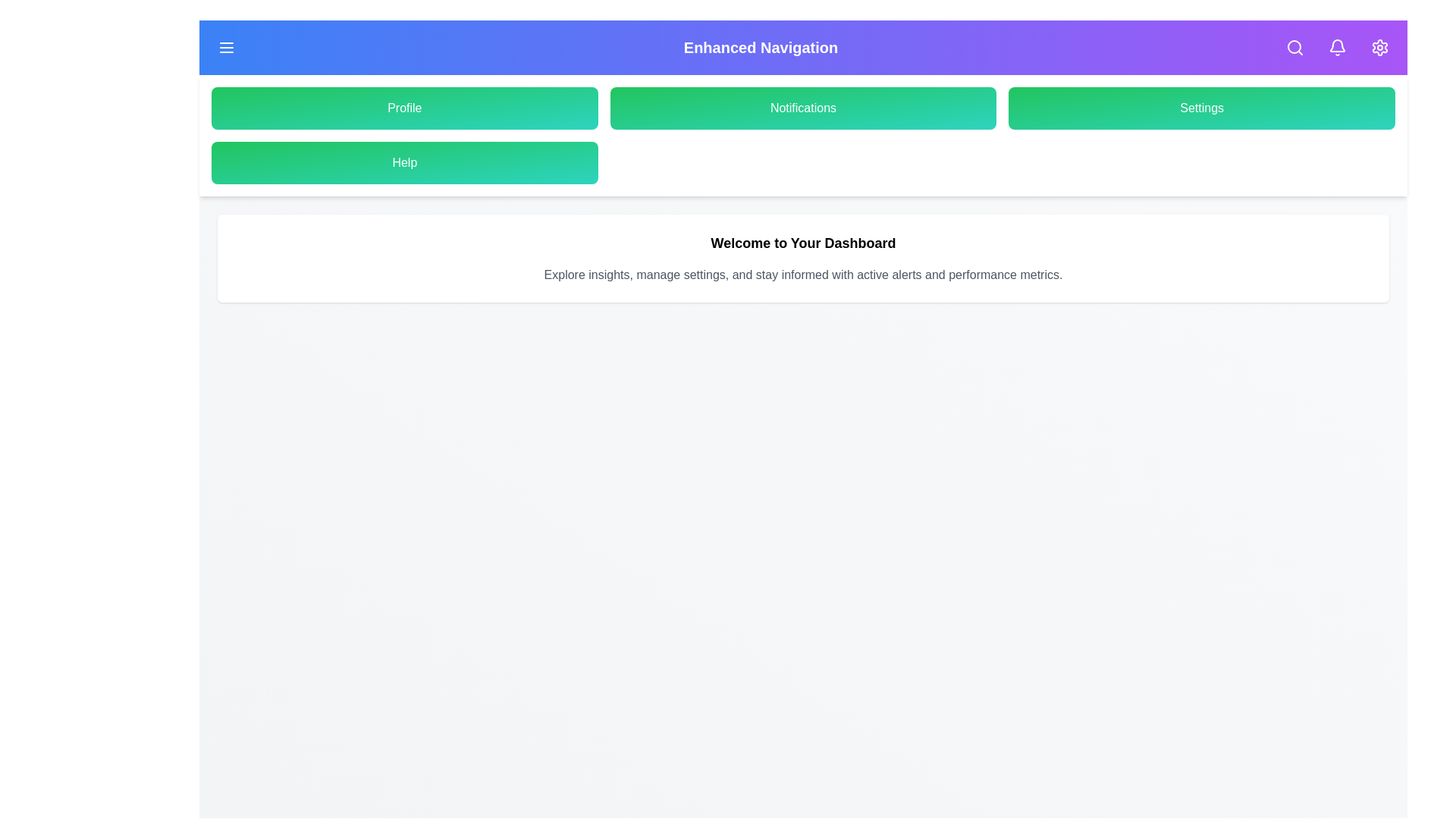 This screenshot has width=1456, height=819. I want to click on the 'Settings' button in the menu, so click(1200, 107).